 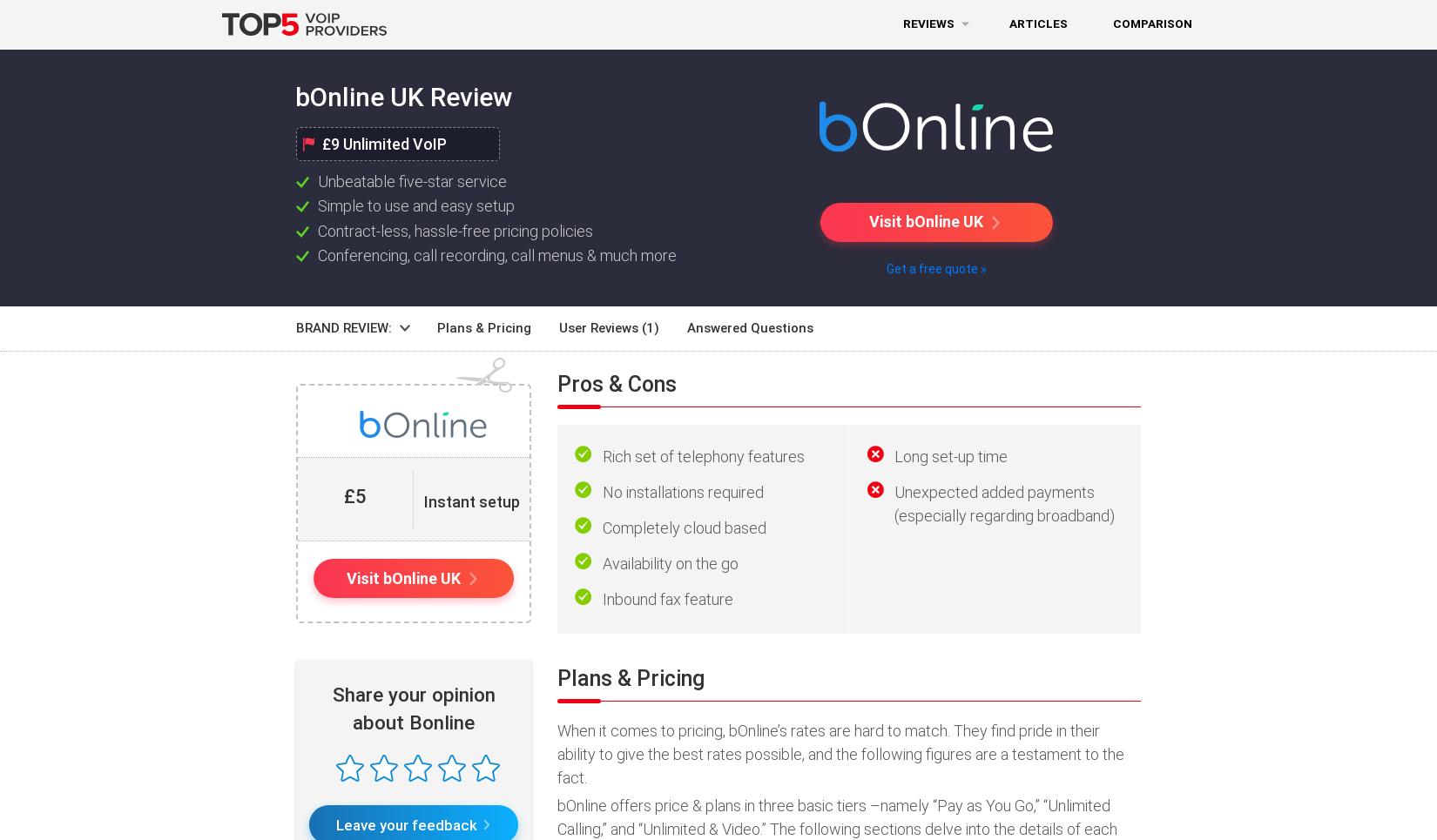 I want to click on 'Inbound fax feature', so click(x=666, y=598).